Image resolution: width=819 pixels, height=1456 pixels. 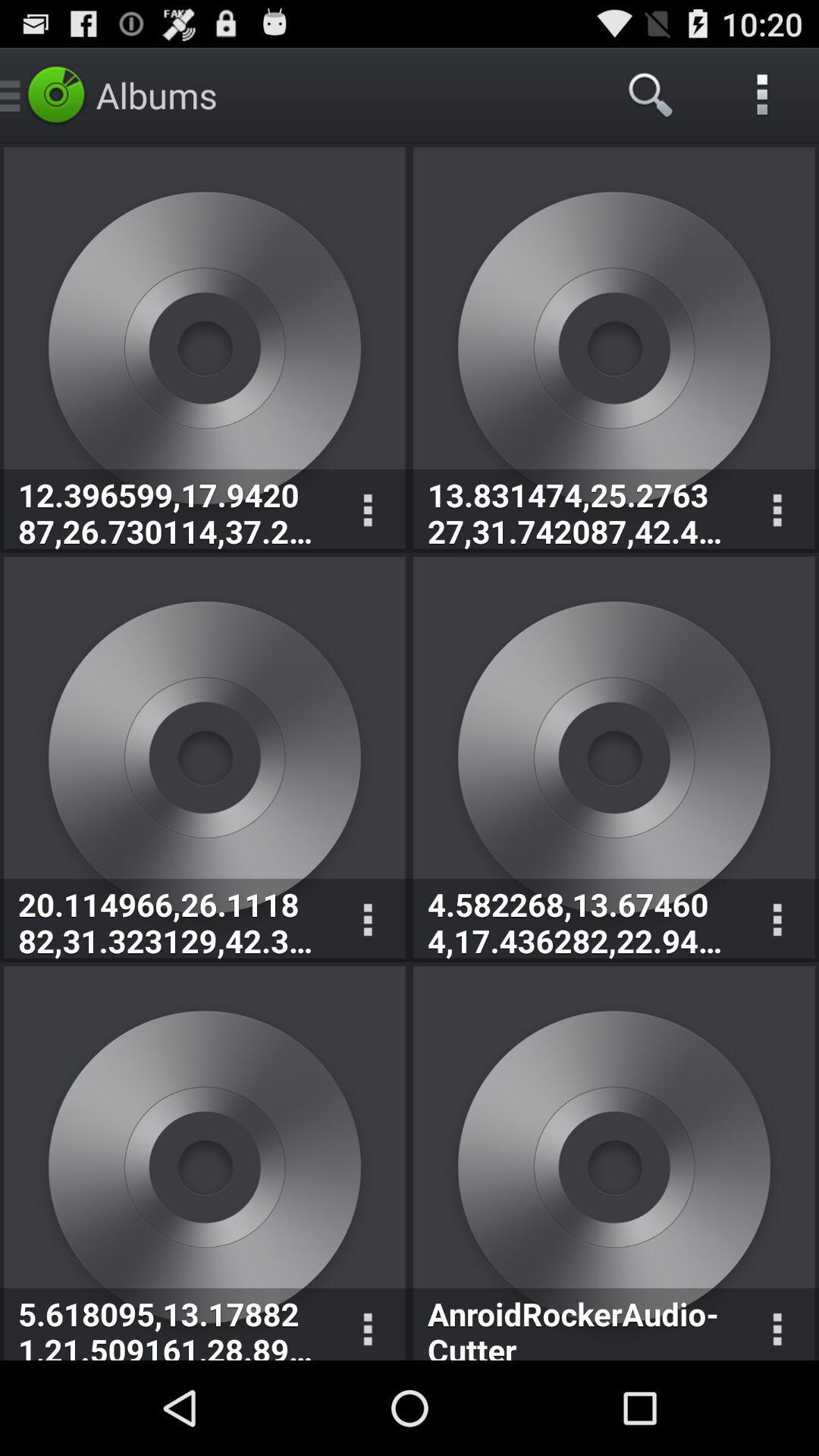 I want to click on more, so click(x=367, y=510).